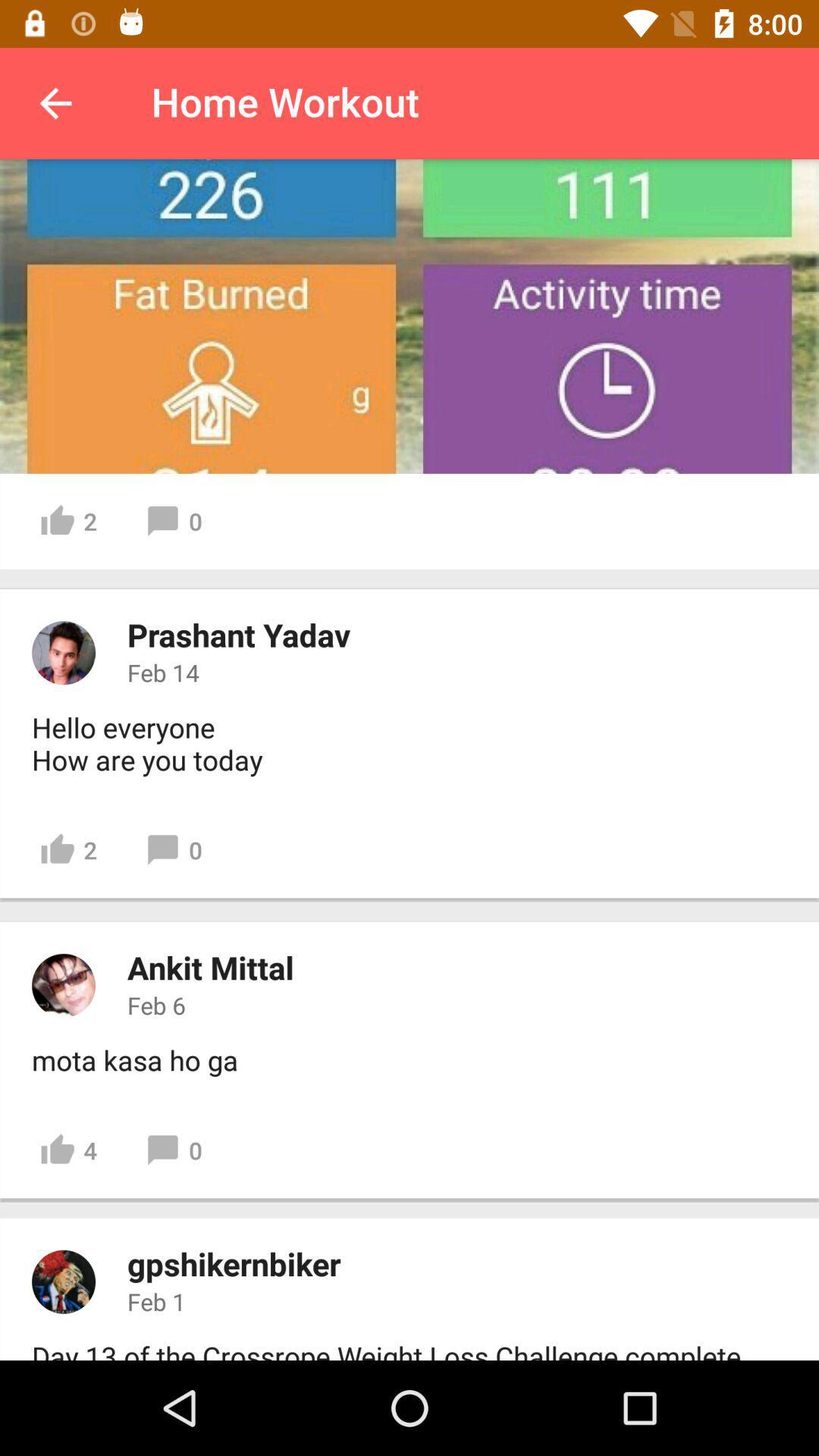  What do you see at coordinates (234, 1263) in the screenshot?
I see `icon above feb 1` at bounding box center [234, 1263].